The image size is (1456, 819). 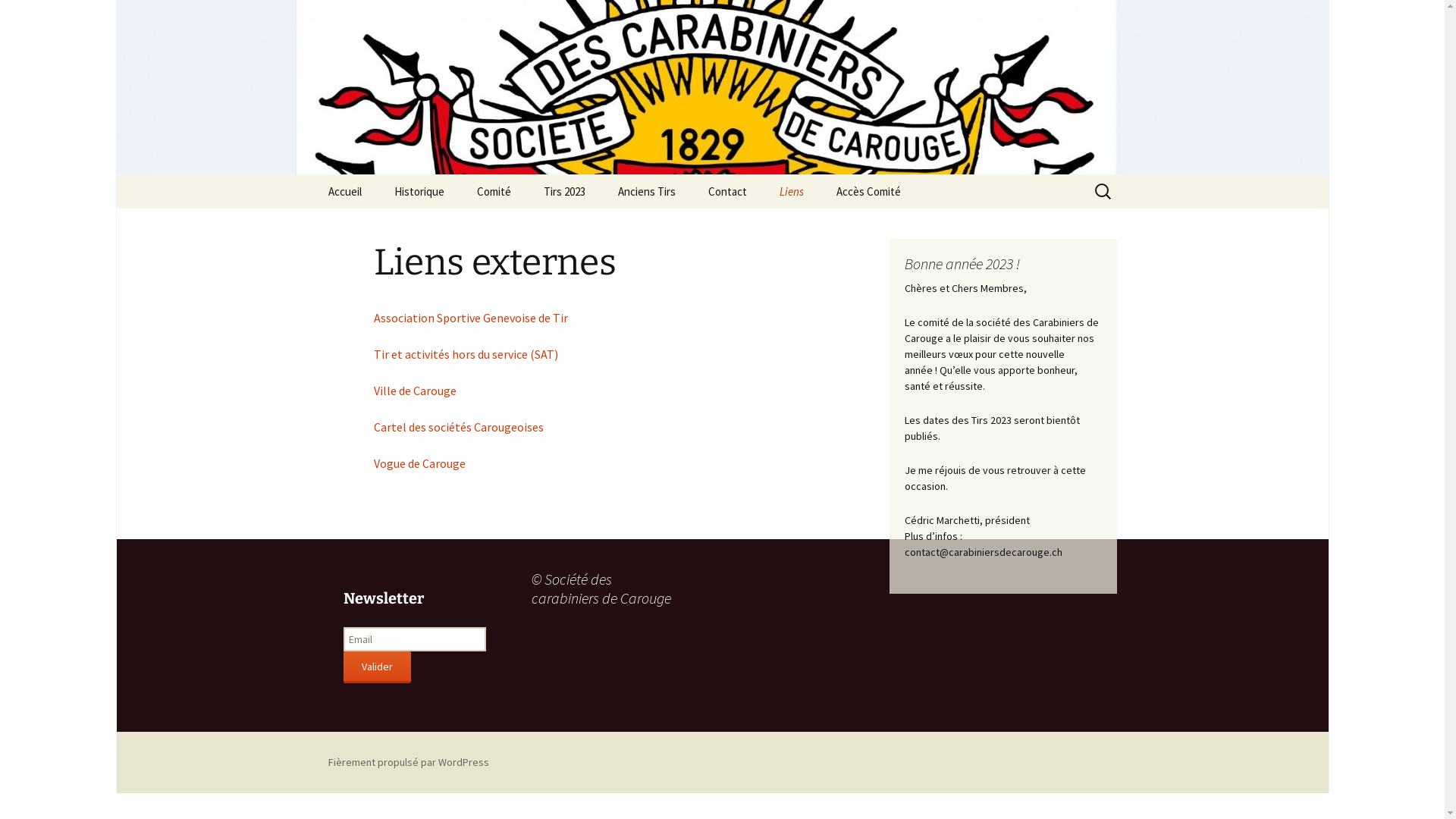 What do you see at coordinates (0, 17) in the screenshot?
I see `'Rechercher'` at bounding box center [0, 17].